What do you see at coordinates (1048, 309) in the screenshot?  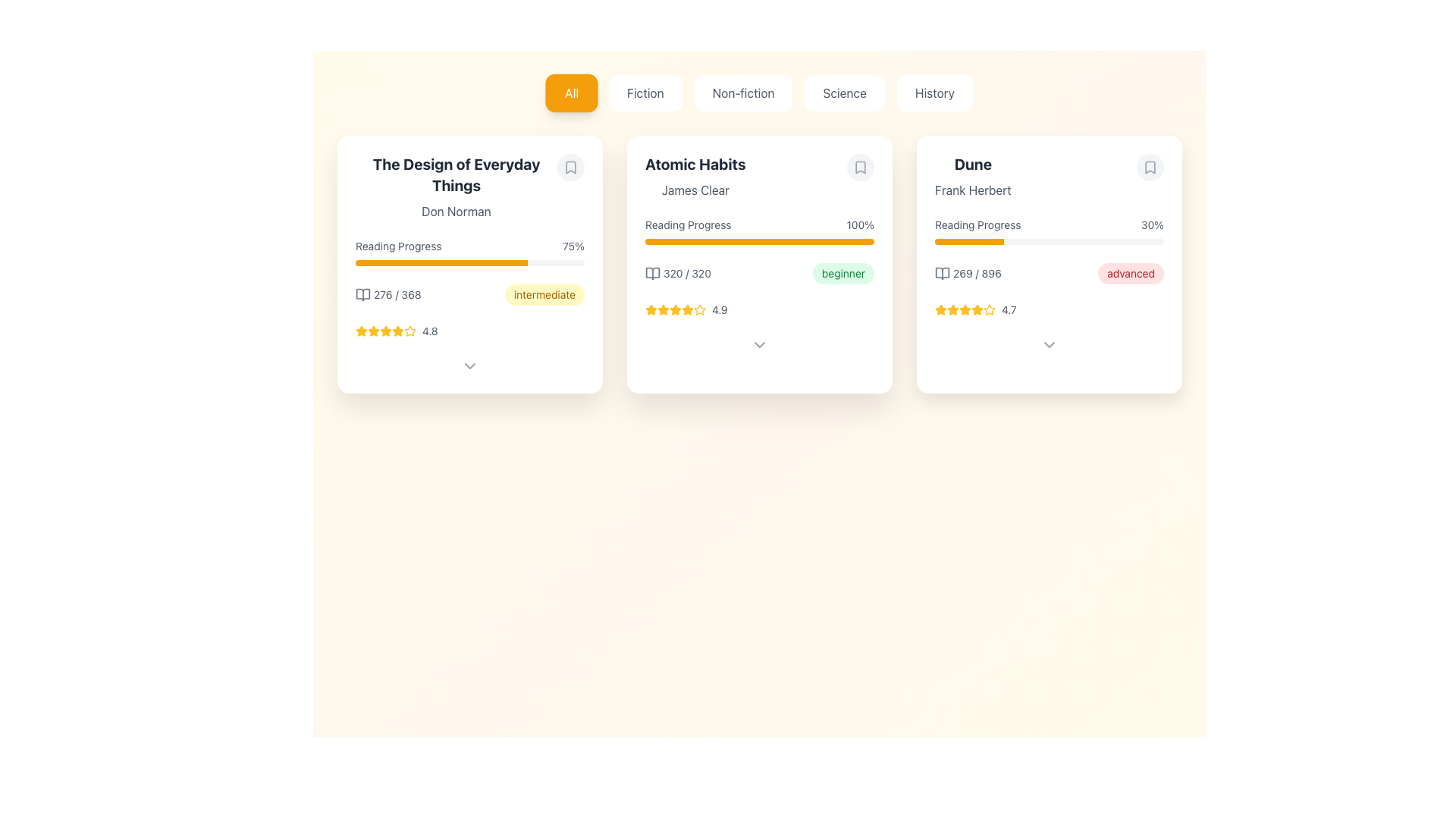 I see `rating score displayed in the rating component, which consists of five stars (four filled and one partially filled) and a numerical rating of '4.7' located in the 'Dune' card under the 'Advanced' label` at bounding box center [1048, 309].